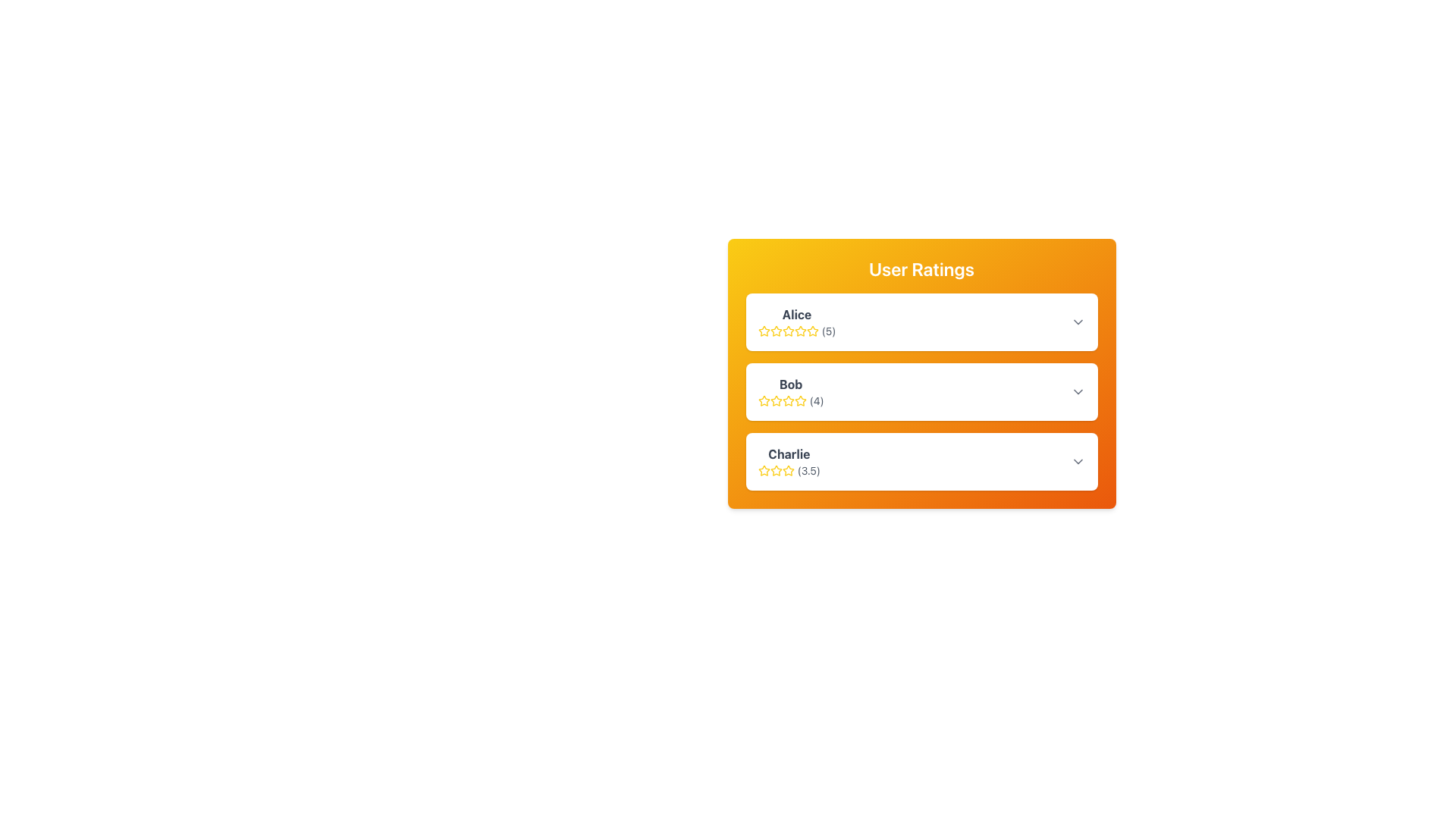 The image size is (1456, 819). What do you see at coordinates (796, 321) in the screenshot?
I see `rating of the user 'Alice' displayed with 5 yellow stars and the numerical rating '(5)' in the first position of the user entries list` at bounding box center [796, 321].